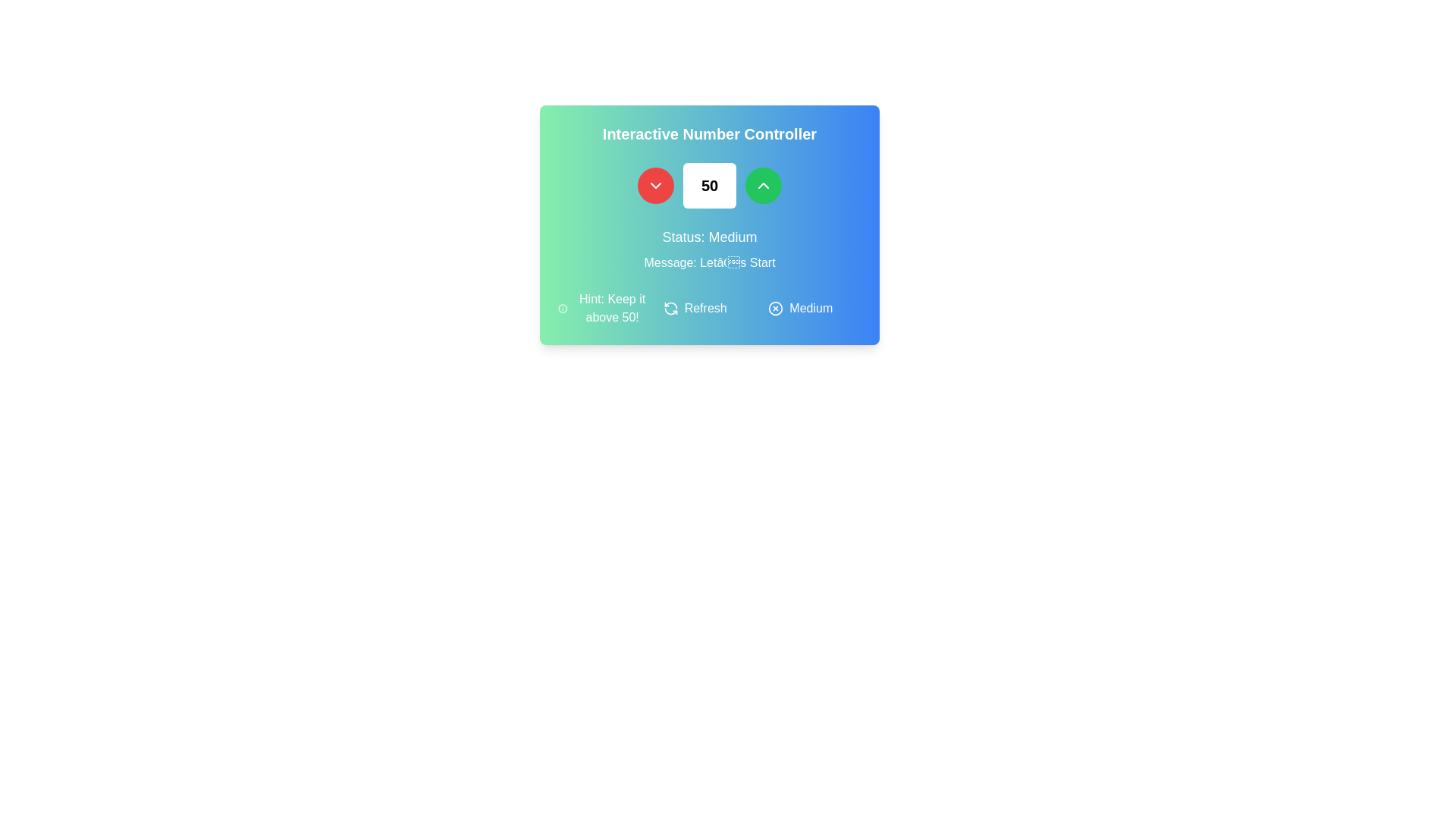  Describe the element at coordinates (709, 308) in the screenshot. I see `the 'Refresh' button, which features a circular arrow icon and is positioned centrally in the bottom area of the panel, between the 'Hint: Keep it above 50!' and 'Medium' elements` at that location.